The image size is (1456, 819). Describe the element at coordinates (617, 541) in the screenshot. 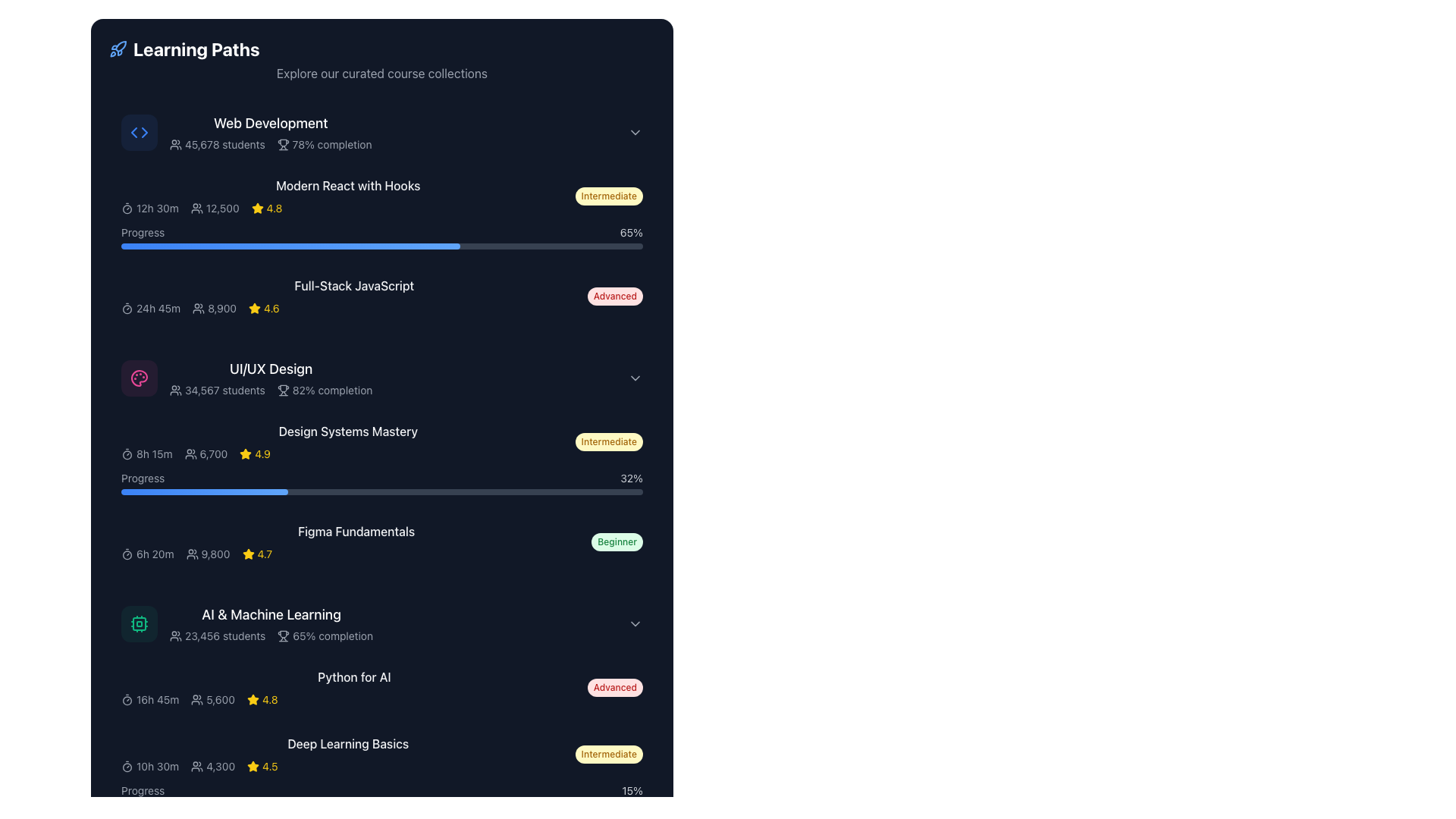

I see `the 'Beginner' badge element with a light green background, which is located to the far right of the 'Figma Fundamentals' course entry in the 'Learning Paths' section` at that location.